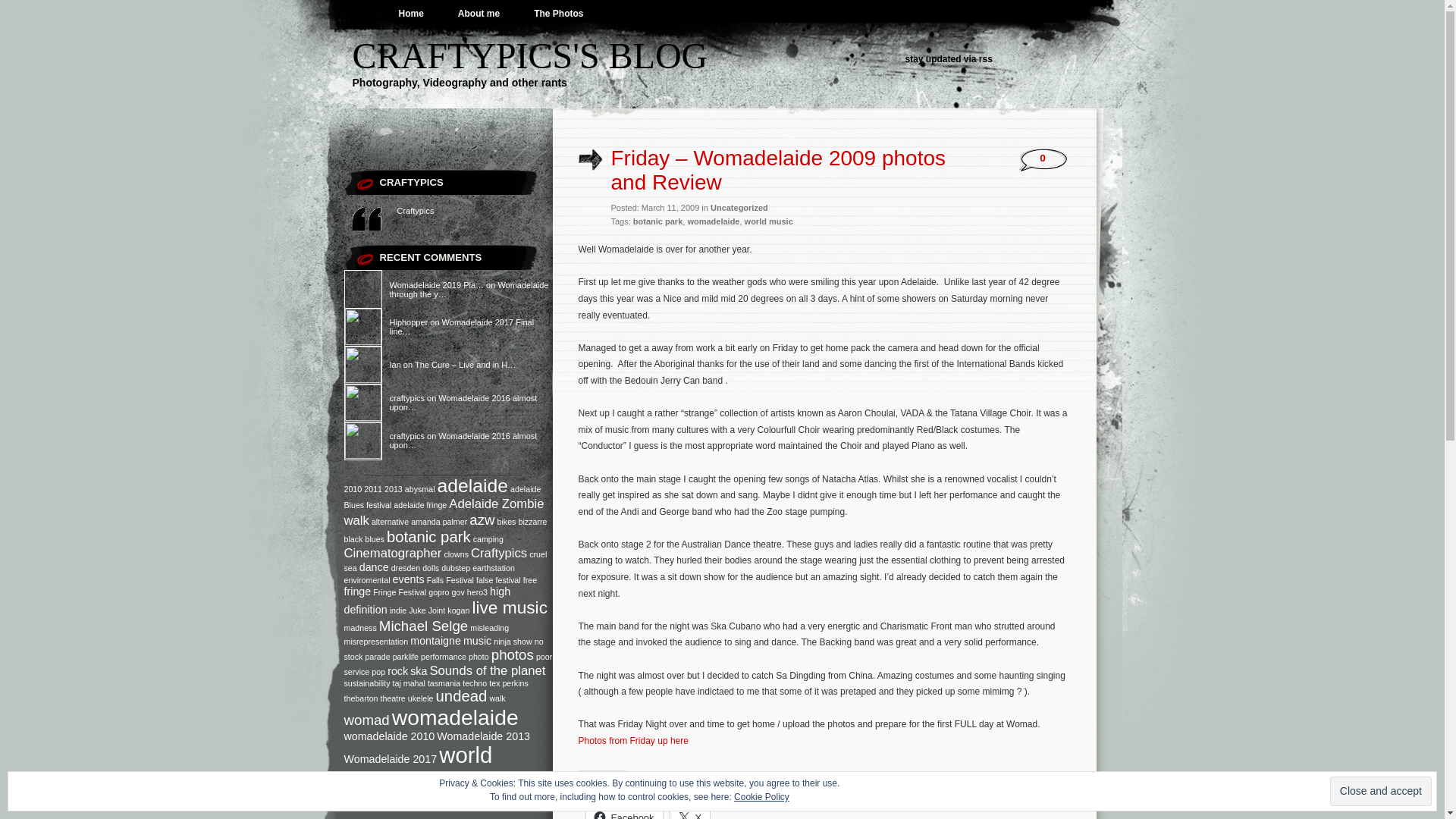 Image resolution: width=1456 pixels, height=819 pixels. I want to click on 'Womadelaide 2017', so click(391, 759).